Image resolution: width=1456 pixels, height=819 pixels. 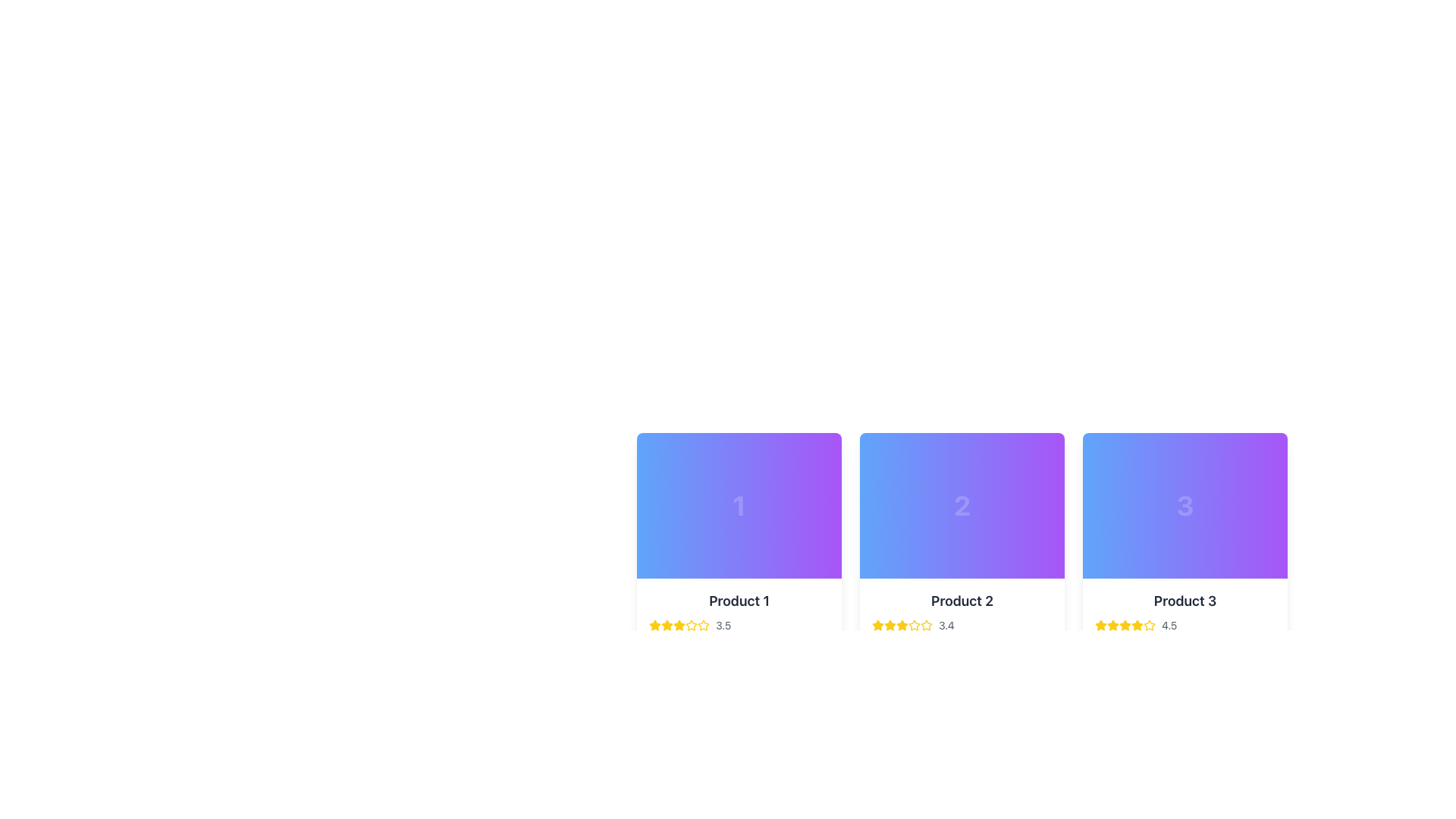 What do you see at coordinates (890, 626) in the screenshot?
I see `the second star-shaped icon with a yellow fill and black outline to interact with it, located beneath the 'Product 2' card in the product grid` at bounding box center [890, 626].